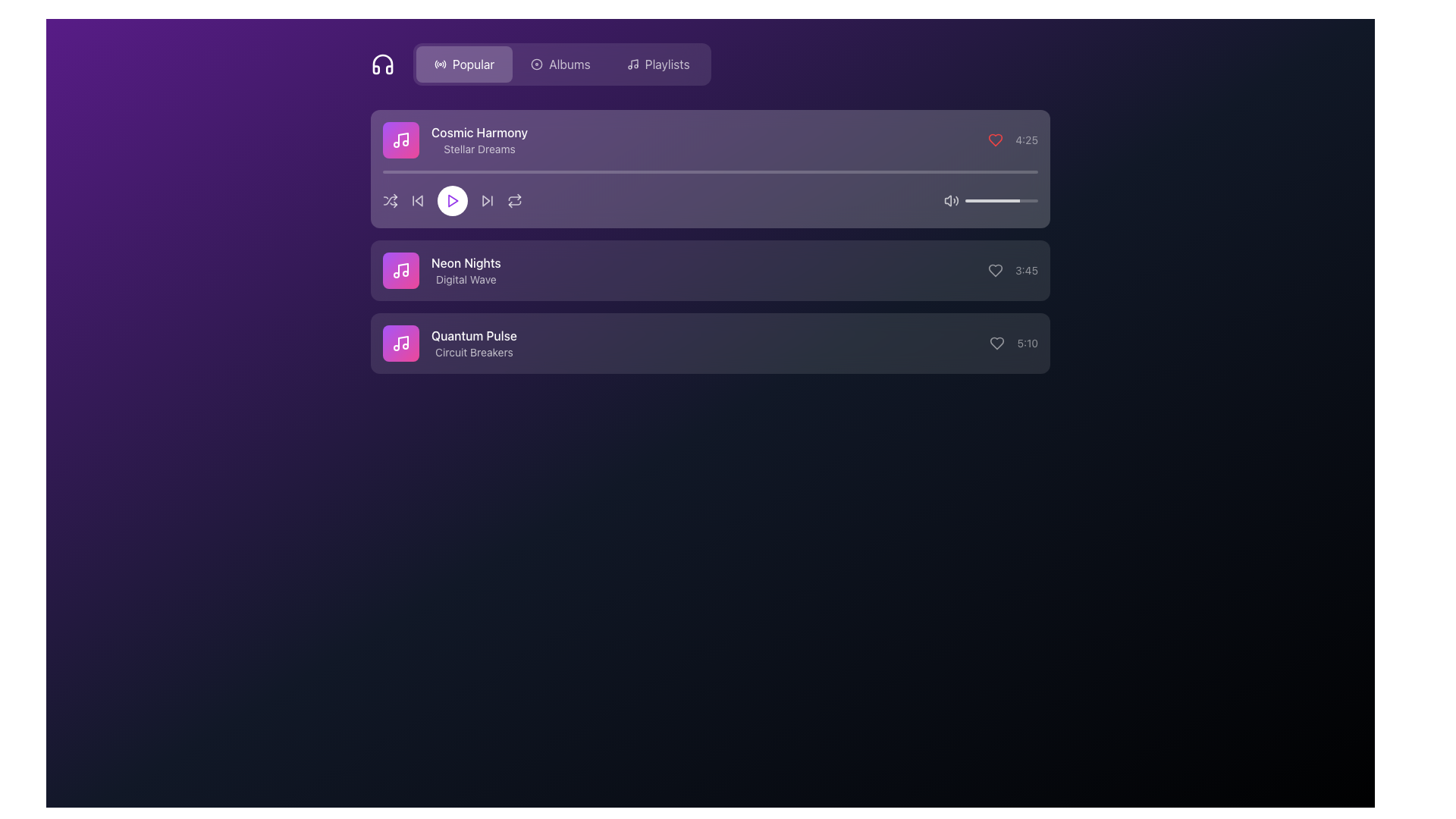 Image resolution: width=1456 pixels, height=819 pixels. What do you see at coordinates (451, 200) in the screenshot?
I see `the central play button with a circular shape, white background, and purple triangular play icon located in the control panel of the music player interface to observe visual feedback` at bounding box center [451, 200].